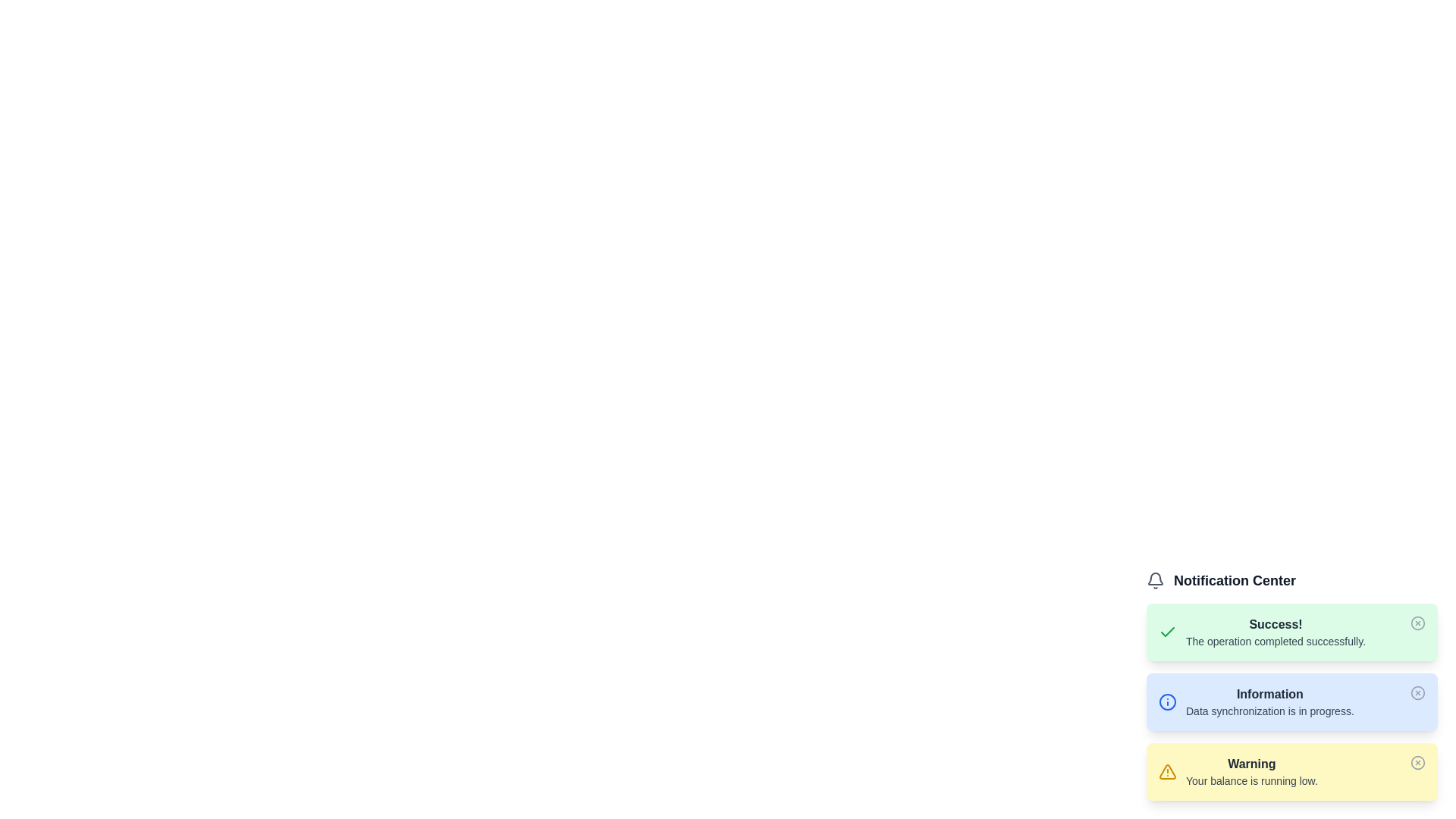 The width and height of the screenshot is (1456, 819). What do you see at coordinates (1291, 701) in the screenshot?
I see `the Informational card with a light blue background that contains the title 'Information' and the text 'Data synchronization is in progress.'` at bounding box center [1291, 701].